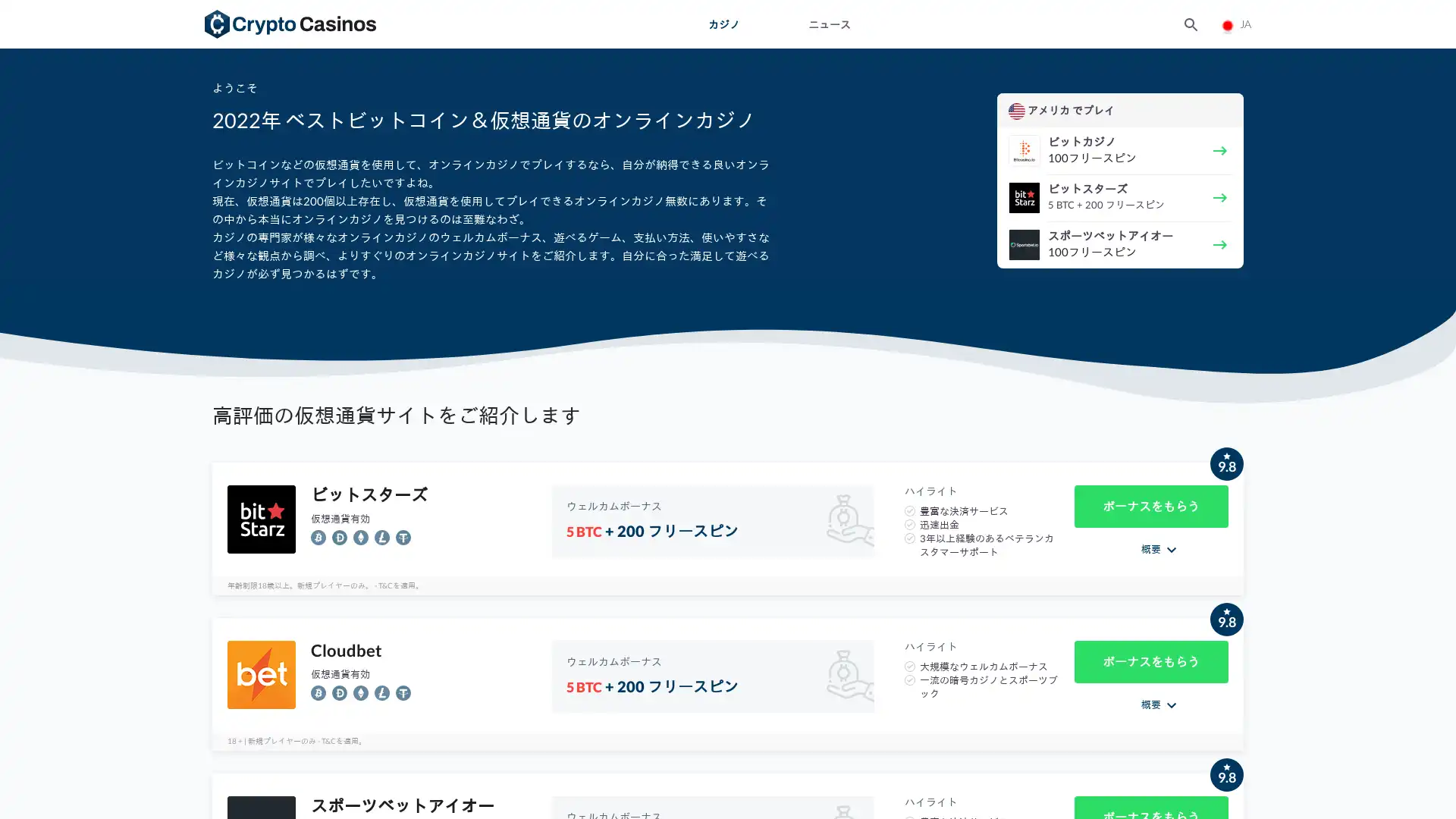 Image resolution: width=1456 pixels, height=819 pixels. I want to click on Search icon, so click(1190, 23).